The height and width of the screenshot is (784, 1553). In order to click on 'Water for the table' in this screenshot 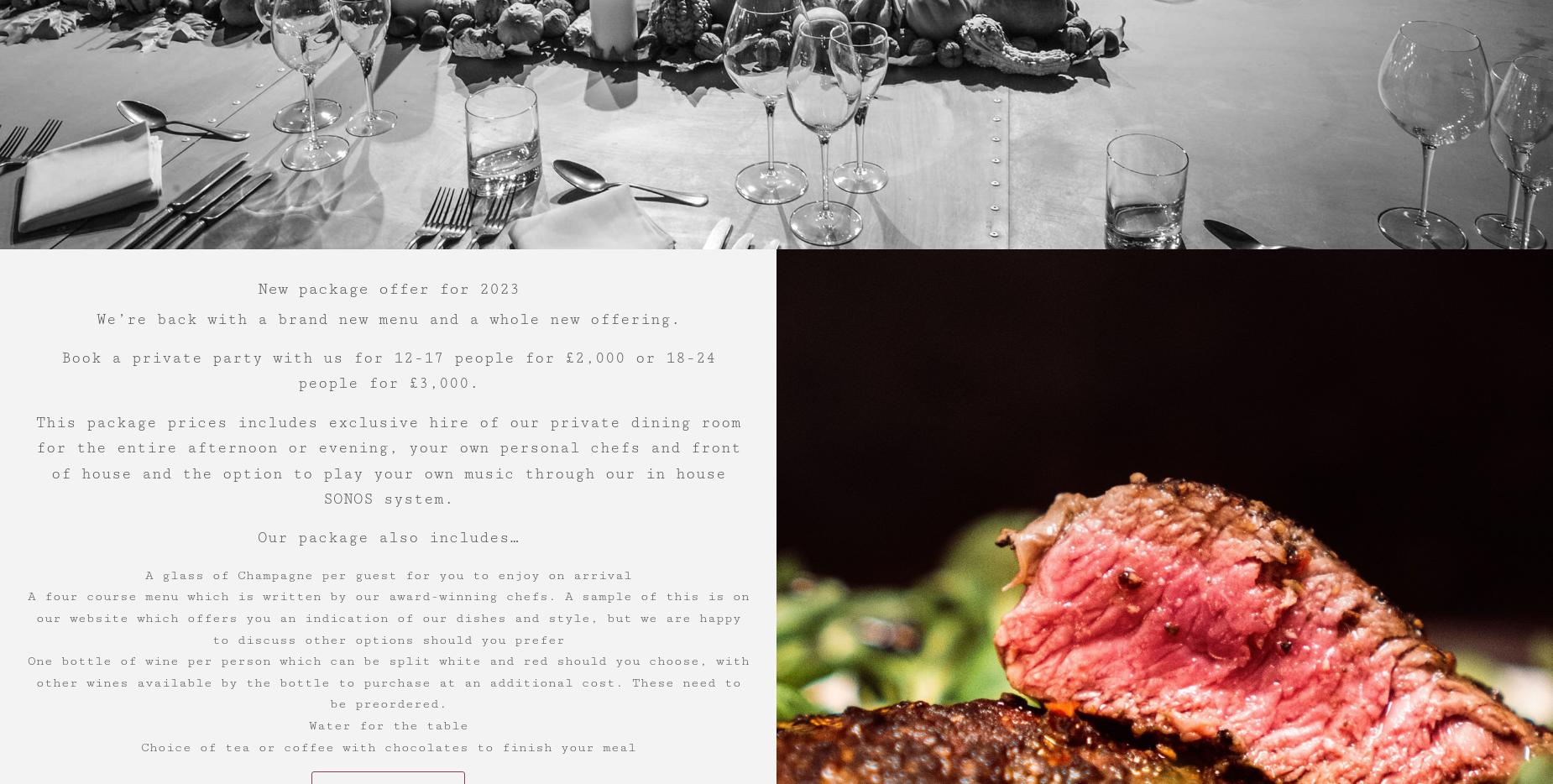, I will do `click(386, 724)`.